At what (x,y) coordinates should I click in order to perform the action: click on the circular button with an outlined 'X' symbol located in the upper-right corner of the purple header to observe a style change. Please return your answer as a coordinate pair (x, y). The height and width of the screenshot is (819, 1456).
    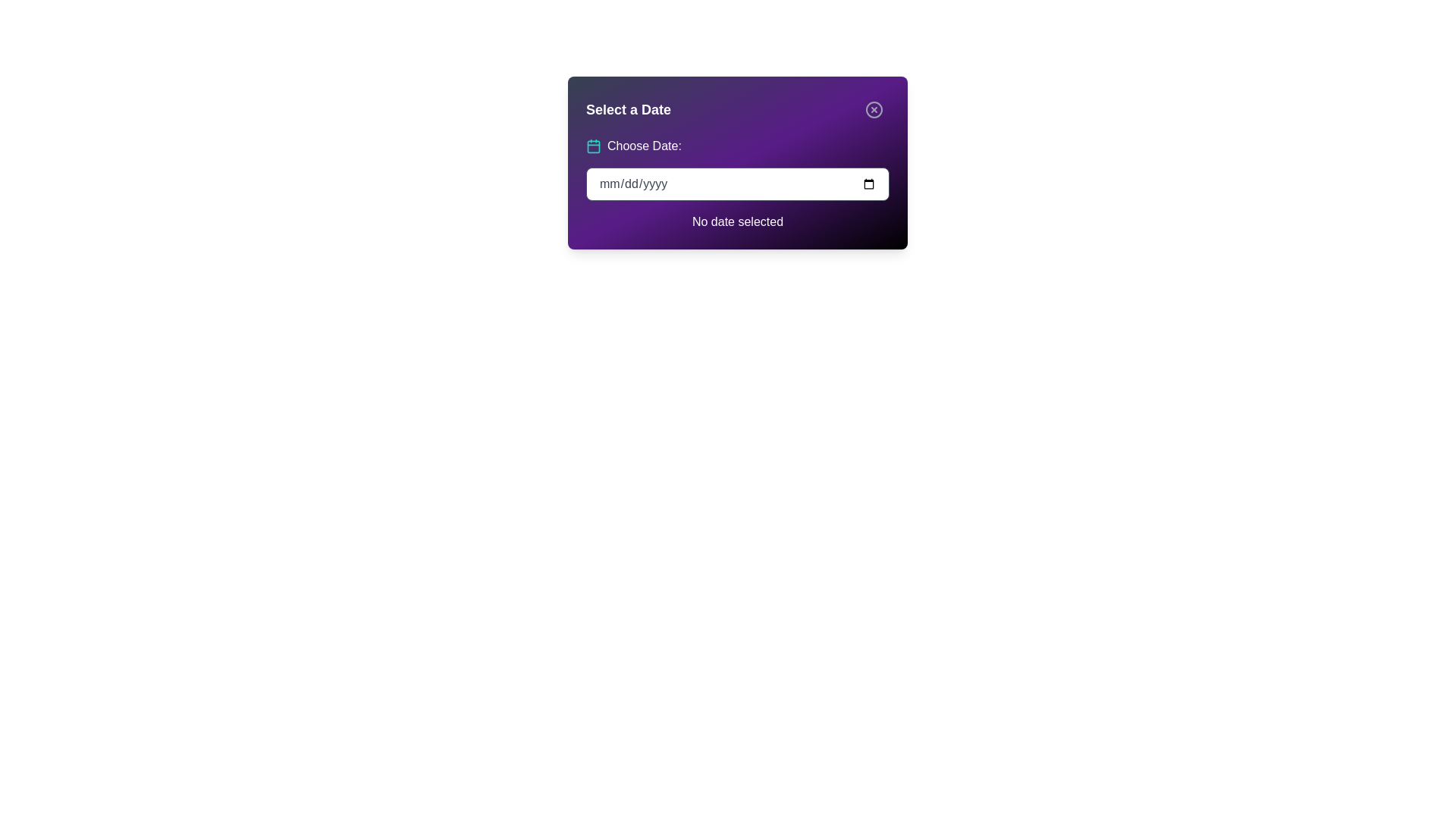
    Looking at the image, I should click on (874, 109).